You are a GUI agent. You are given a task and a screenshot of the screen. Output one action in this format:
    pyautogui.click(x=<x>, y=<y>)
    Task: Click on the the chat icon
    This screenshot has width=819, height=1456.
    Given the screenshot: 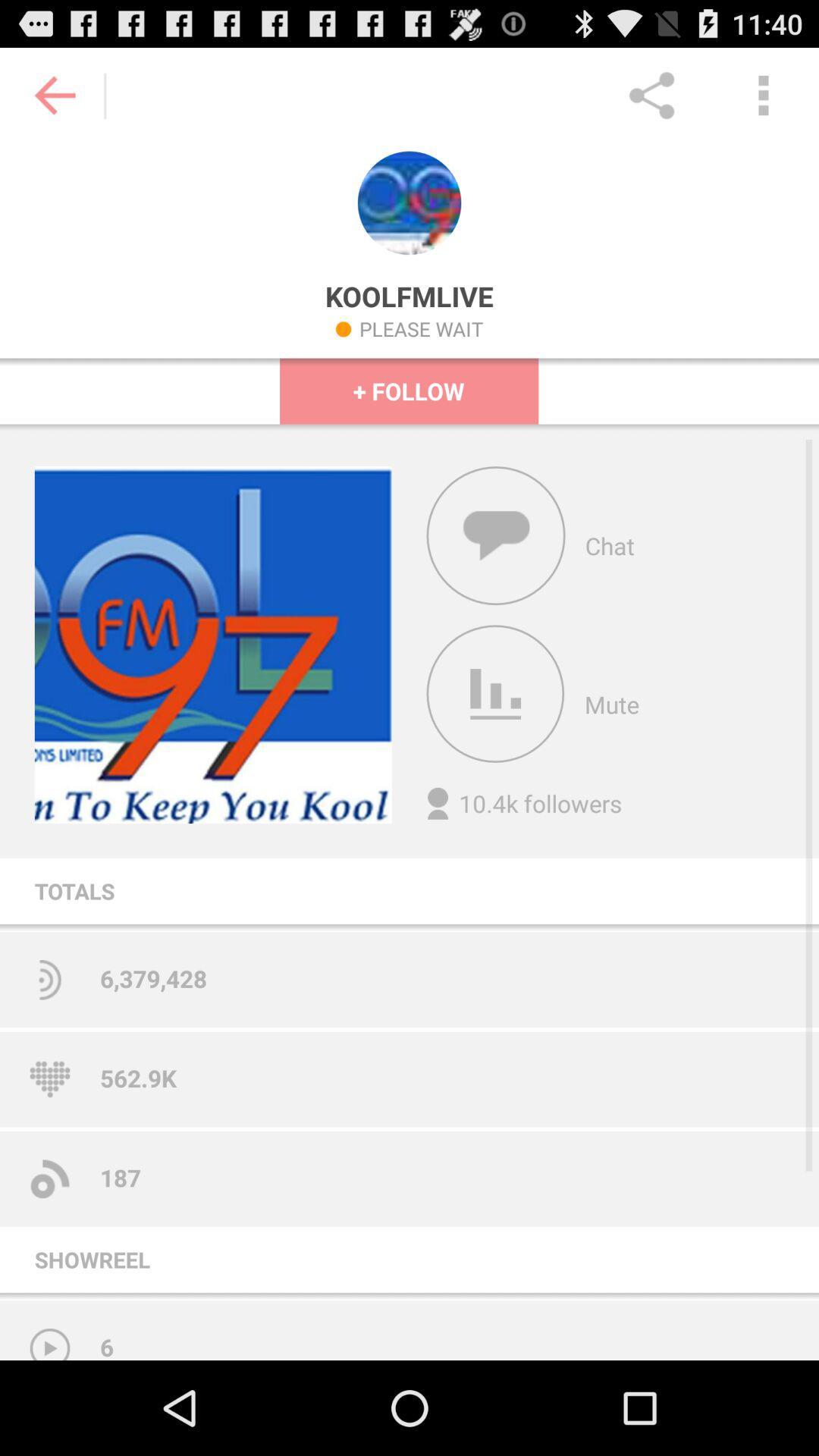 What is the action you would take?
    pyautogui.click(x=496, y=573)
    